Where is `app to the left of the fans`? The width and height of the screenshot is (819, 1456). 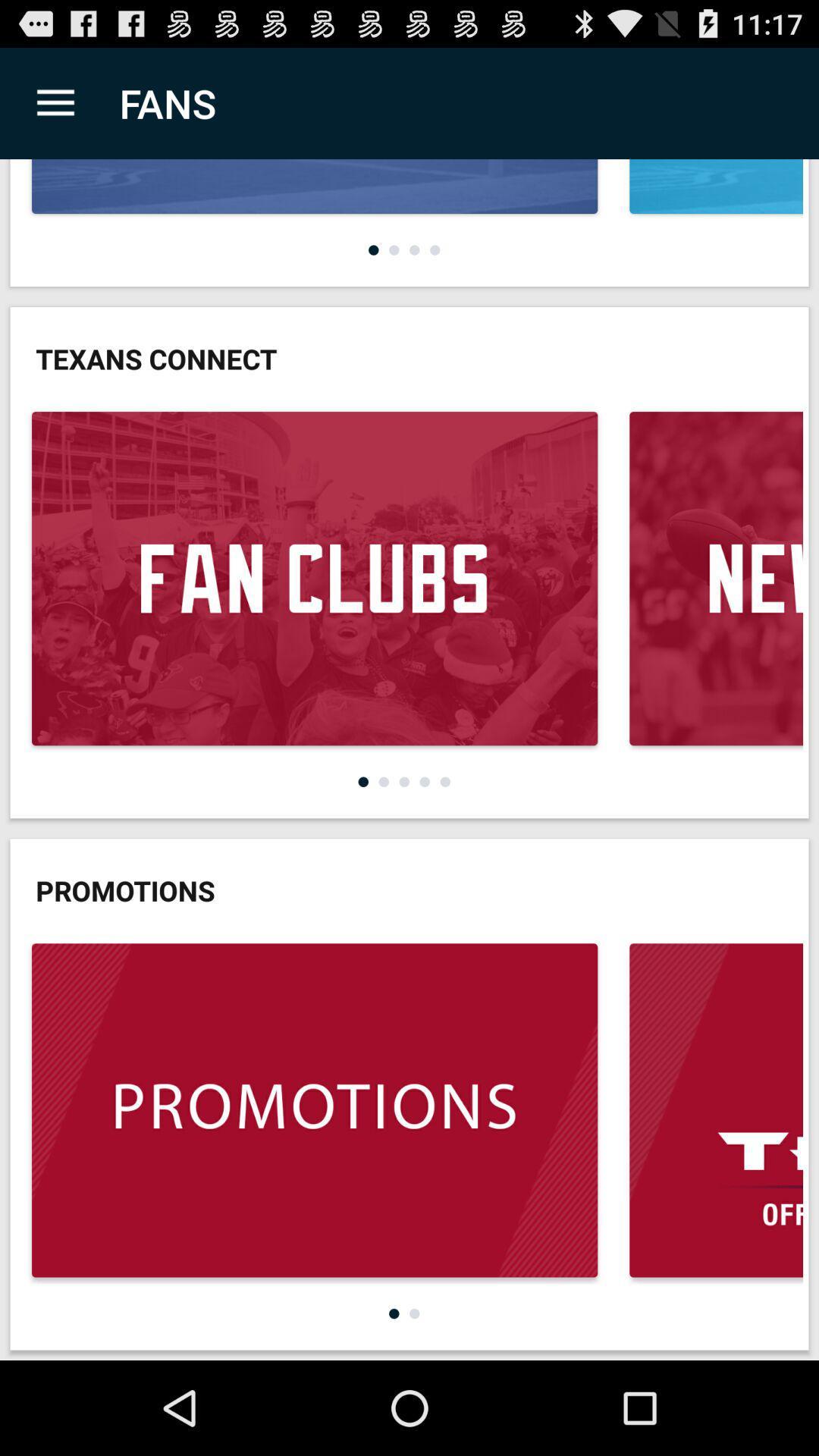
app to the left of the fans is located at coordinates (55, 102).